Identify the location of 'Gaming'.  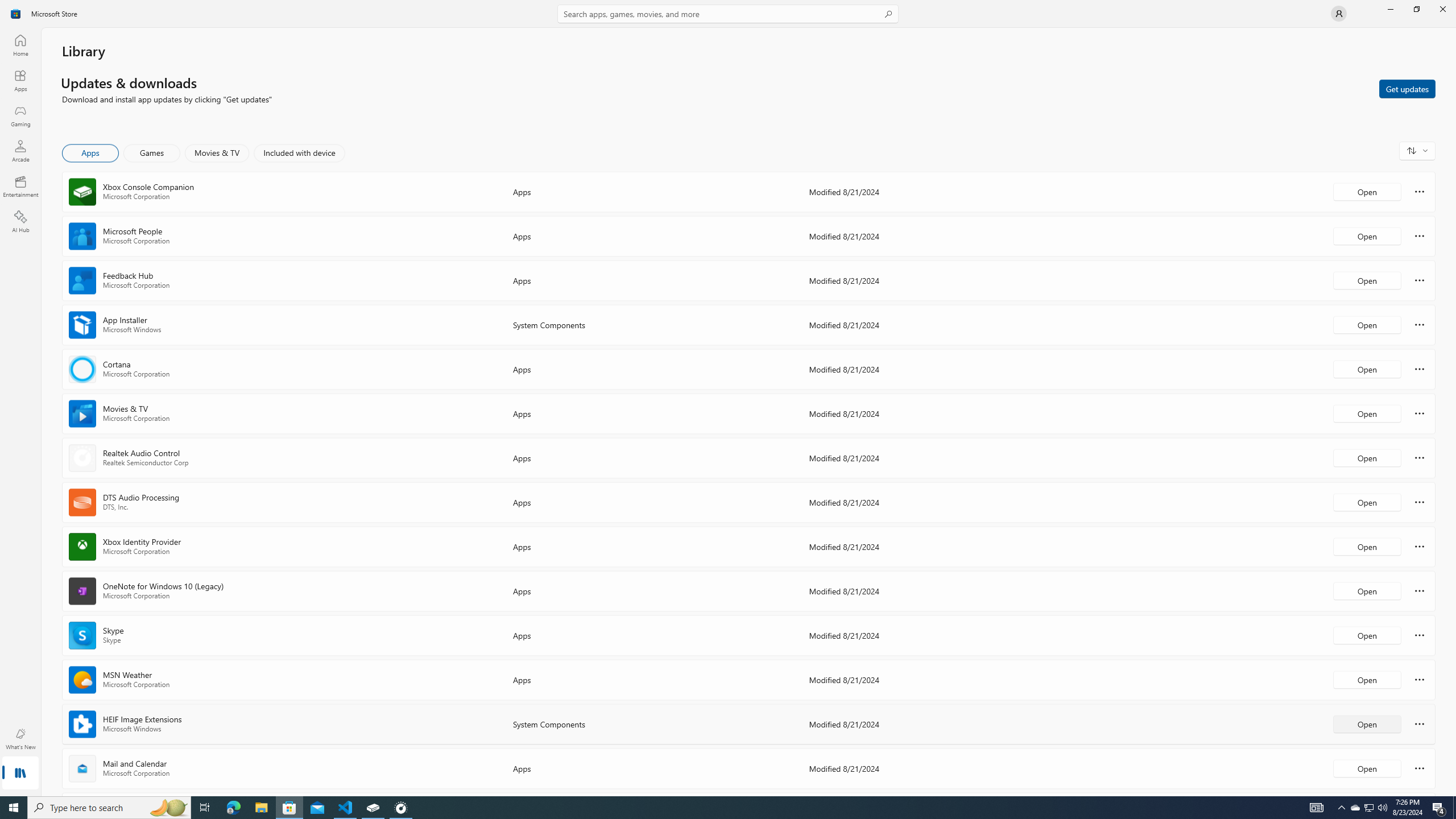
(19, 115).